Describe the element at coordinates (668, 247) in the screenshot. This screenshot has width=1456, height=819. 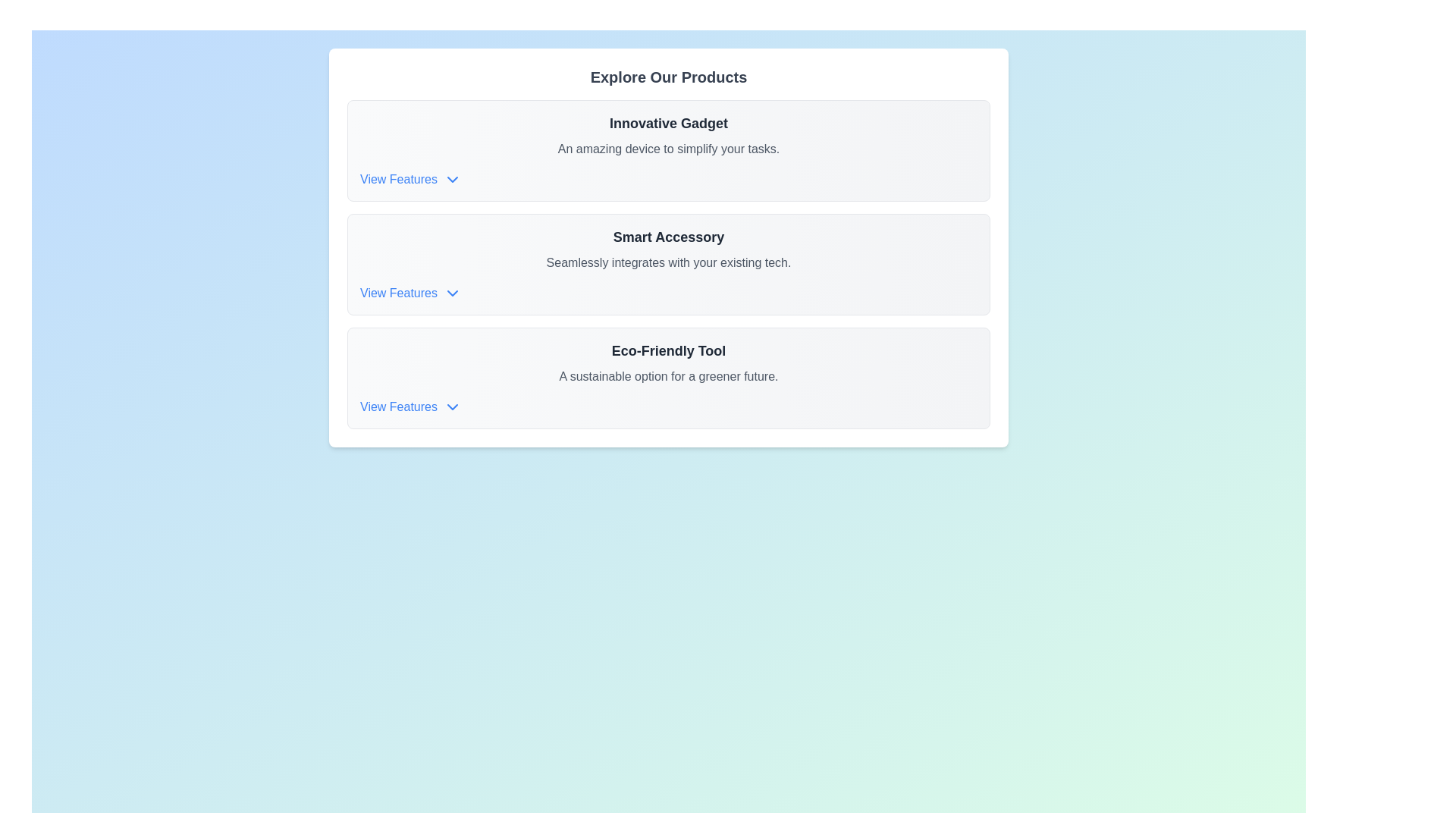
I see `the 'Smart Accessory' section` at that location.